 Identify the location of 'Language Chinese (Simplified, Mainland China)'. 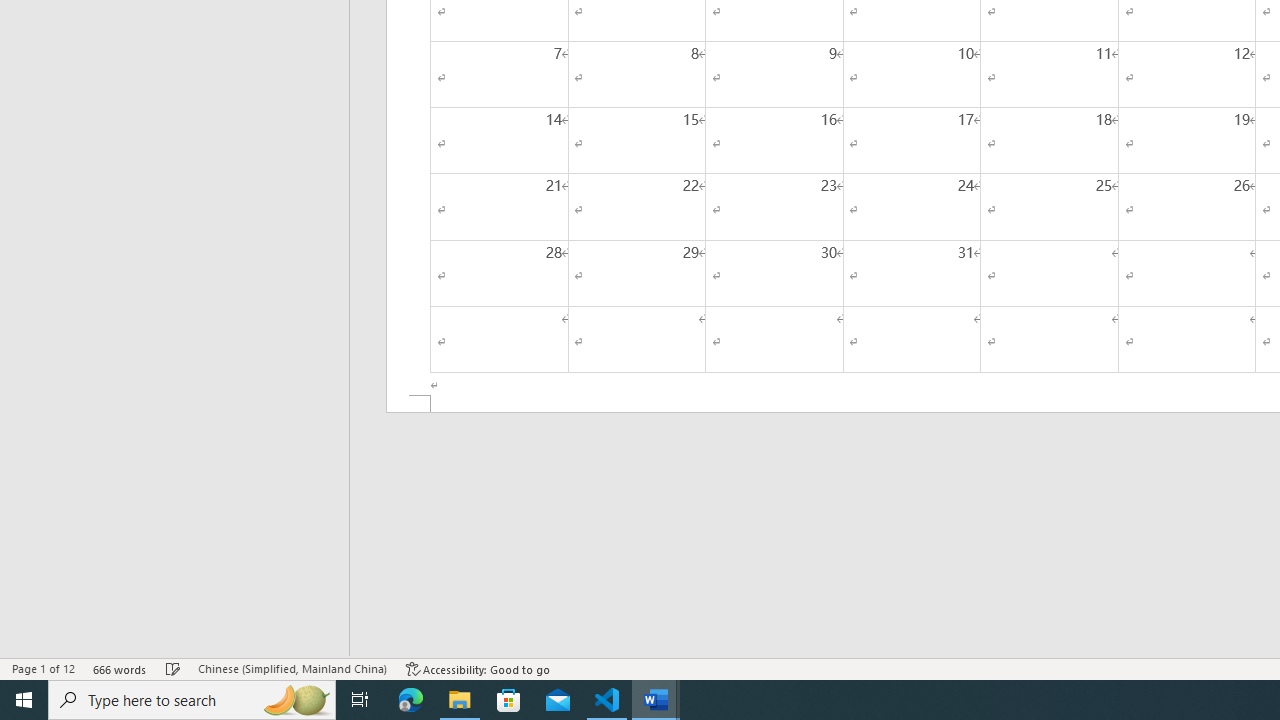
(291, 669).